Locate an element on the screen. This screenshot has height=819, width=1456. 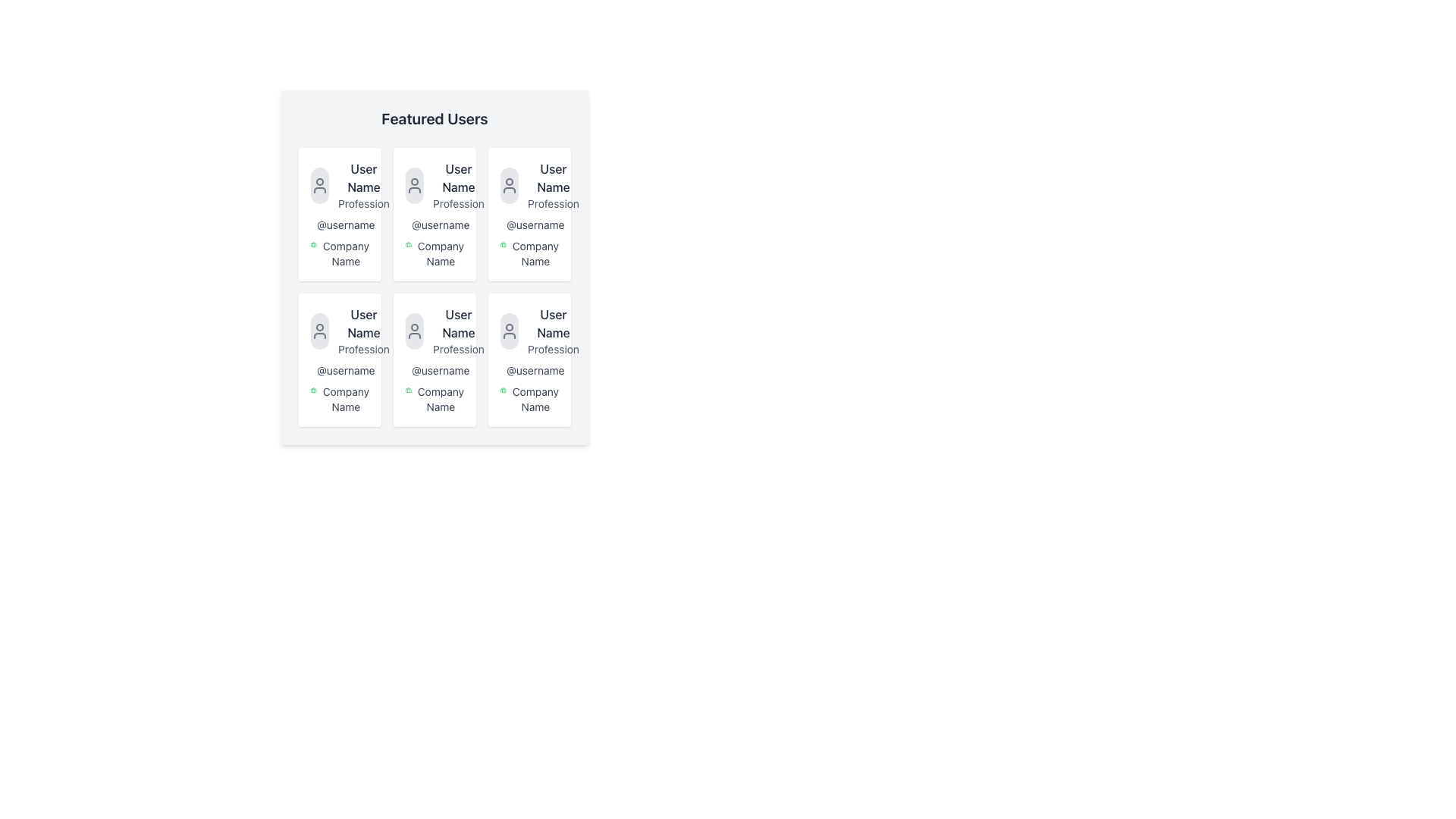
text content of the text label displaying '@username' which is styled in a smaller font size and gray color, located within a user information card in the grid is located at coordinates (434, 371).